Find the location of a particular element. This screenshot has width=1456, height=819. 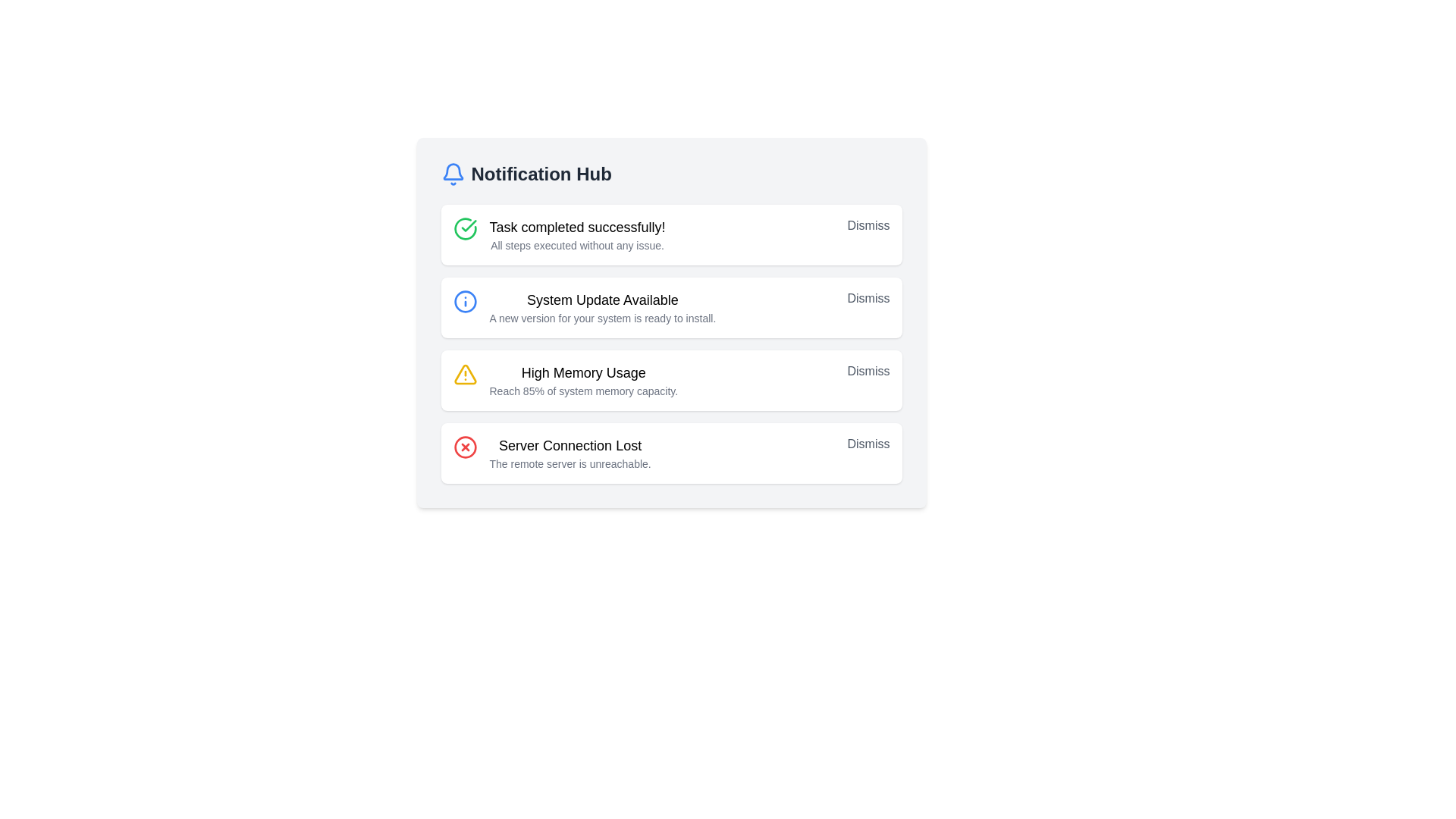

the third notification entry in the notification hub interface, which displays a warning icon and the text 'High Memory Usage' is located at coordinates (582, 379).